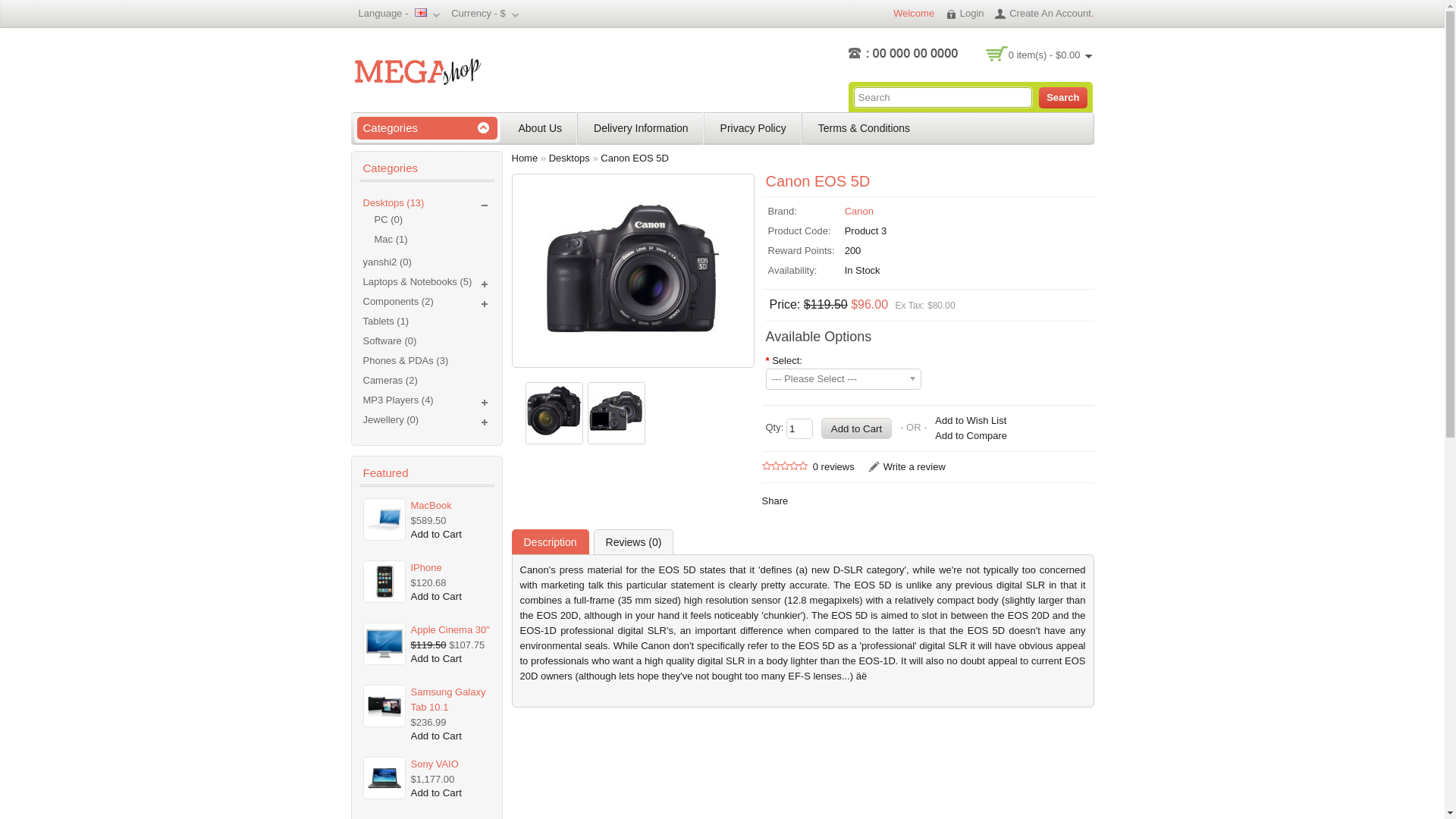  Describe the element at coordinates (389, 379) in the screenshot. I see `'Cameras (2)'` at that location.